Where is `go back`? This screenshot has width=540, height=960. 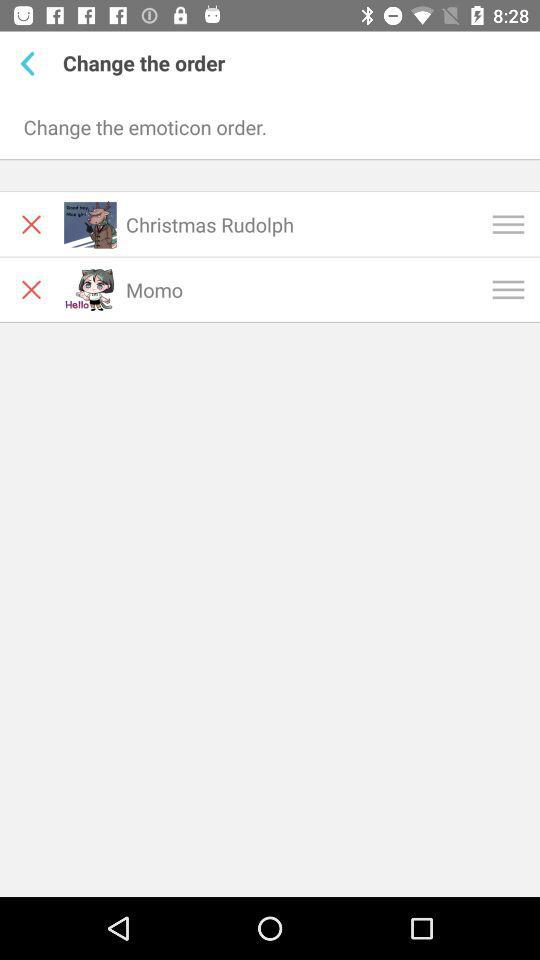 go back is located at coordinates (30, 63).